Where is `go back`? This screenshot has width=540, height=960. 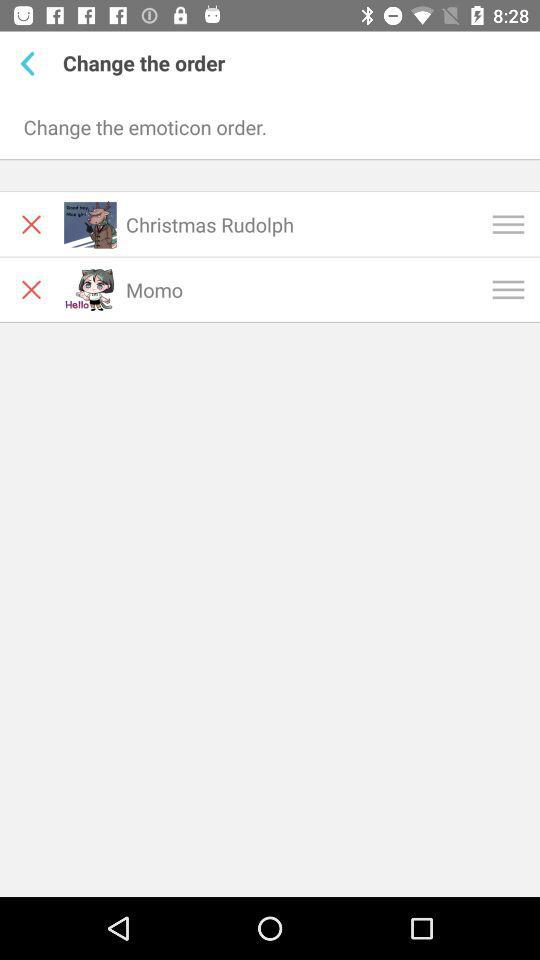 go back is located at coordinates (30, 63).